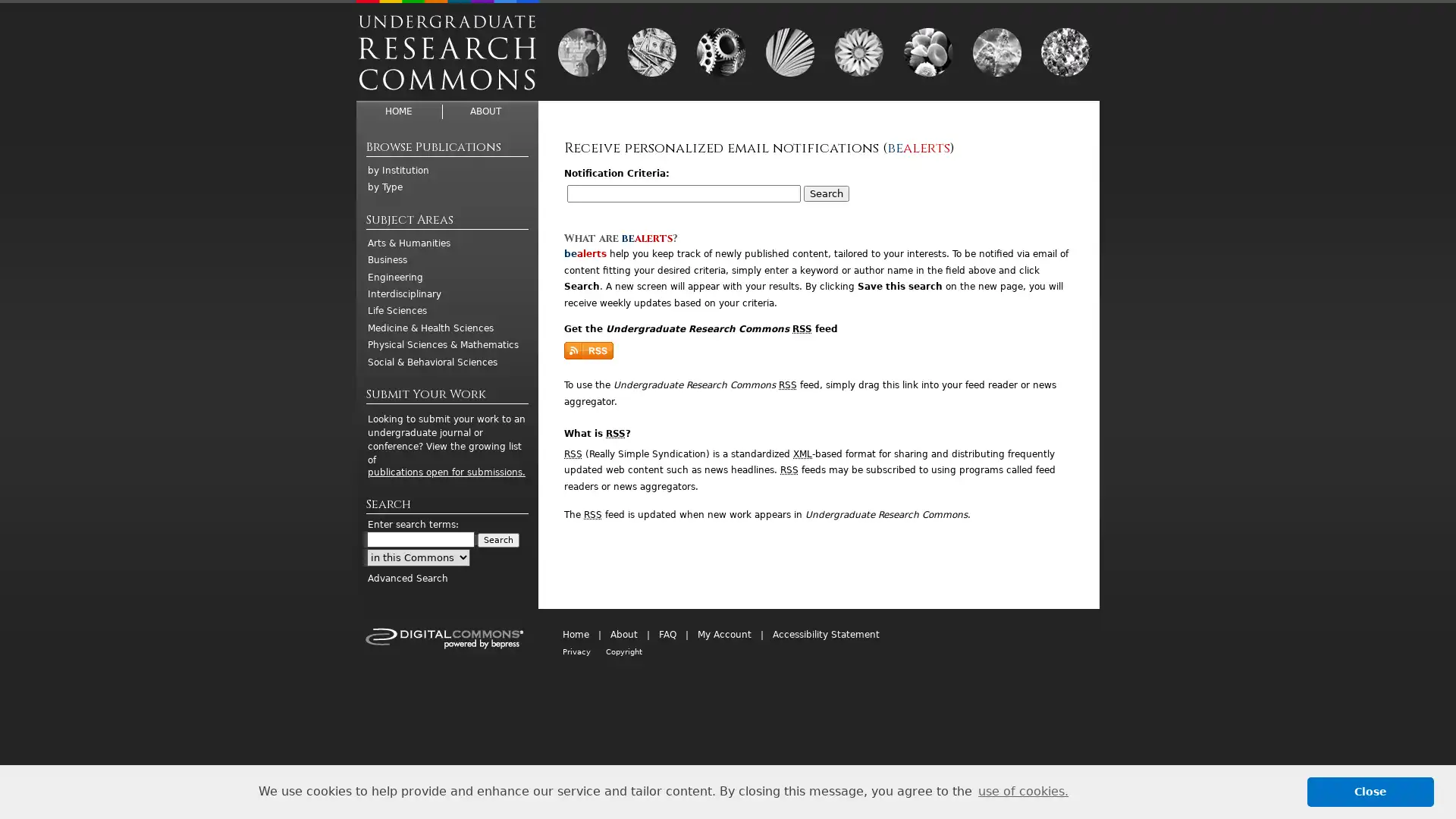 The height and width of the screenshot is (819, 1456). What do you see at coordinates (498, 539) in the screenshot?
I see `Search` at bounding box center [498, 539].